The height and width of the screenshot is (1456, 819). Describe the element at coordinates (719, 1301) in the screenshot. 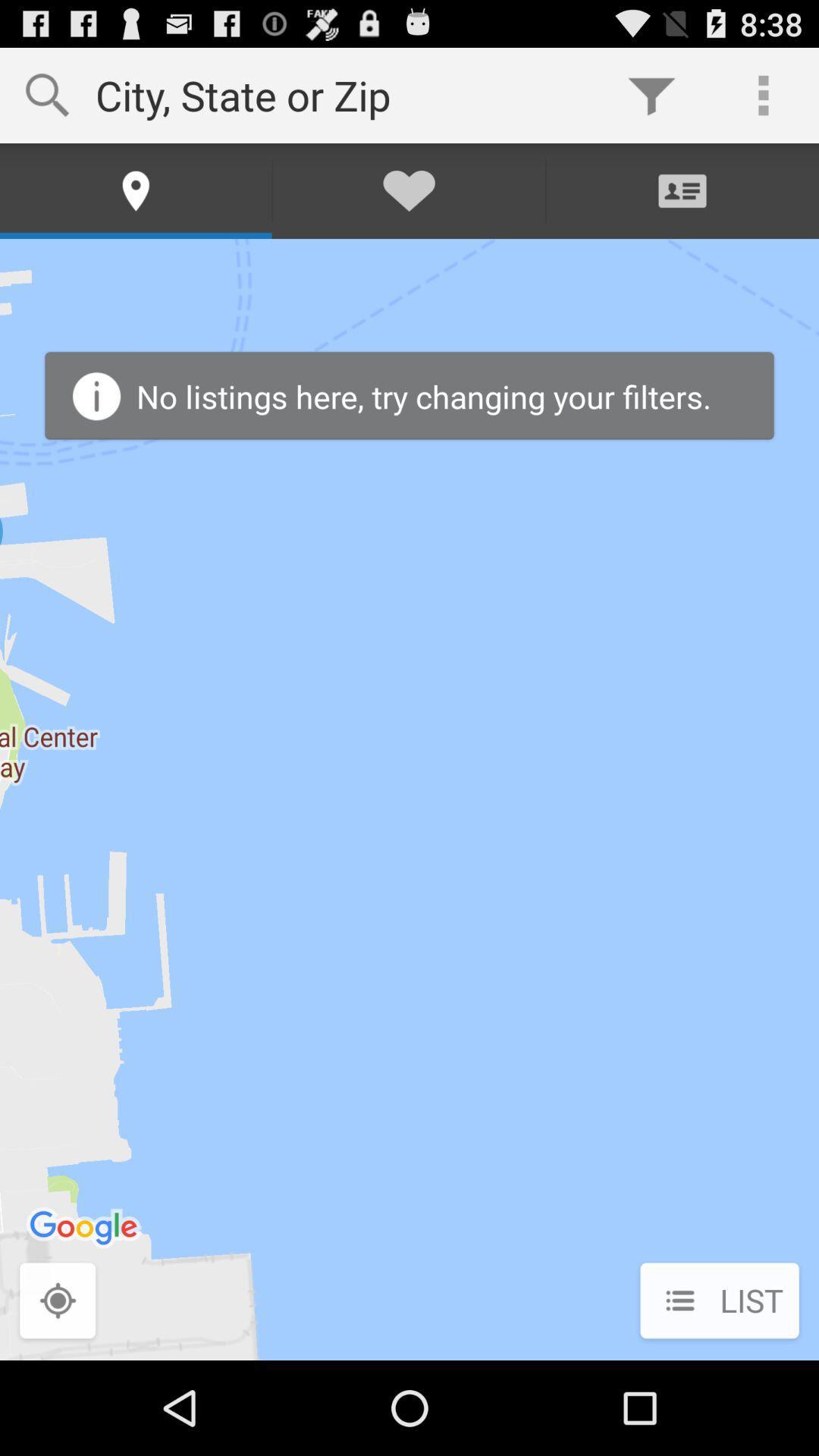

I see `the item below no listings here item` at that location.